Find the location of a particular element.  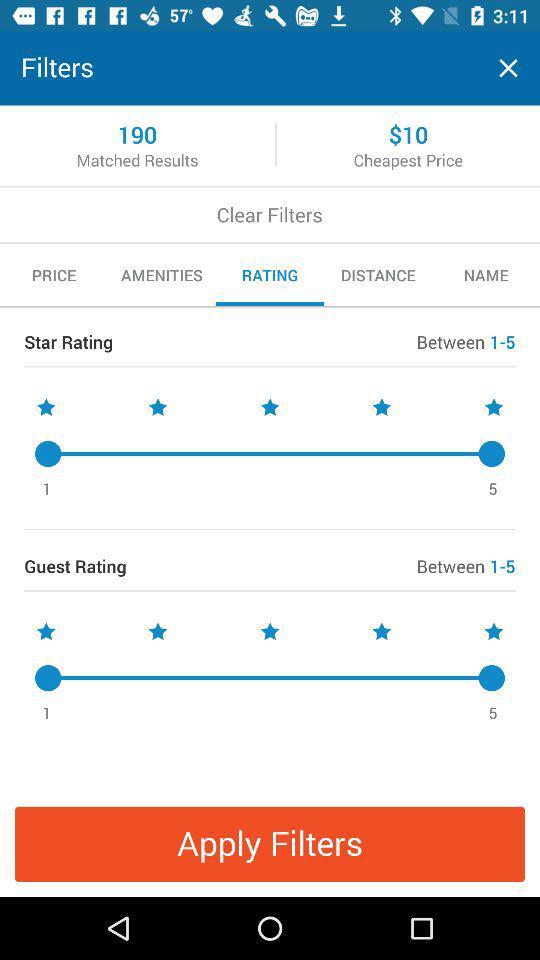

the icon to the right of rating item is located at coordinates (378, 274).